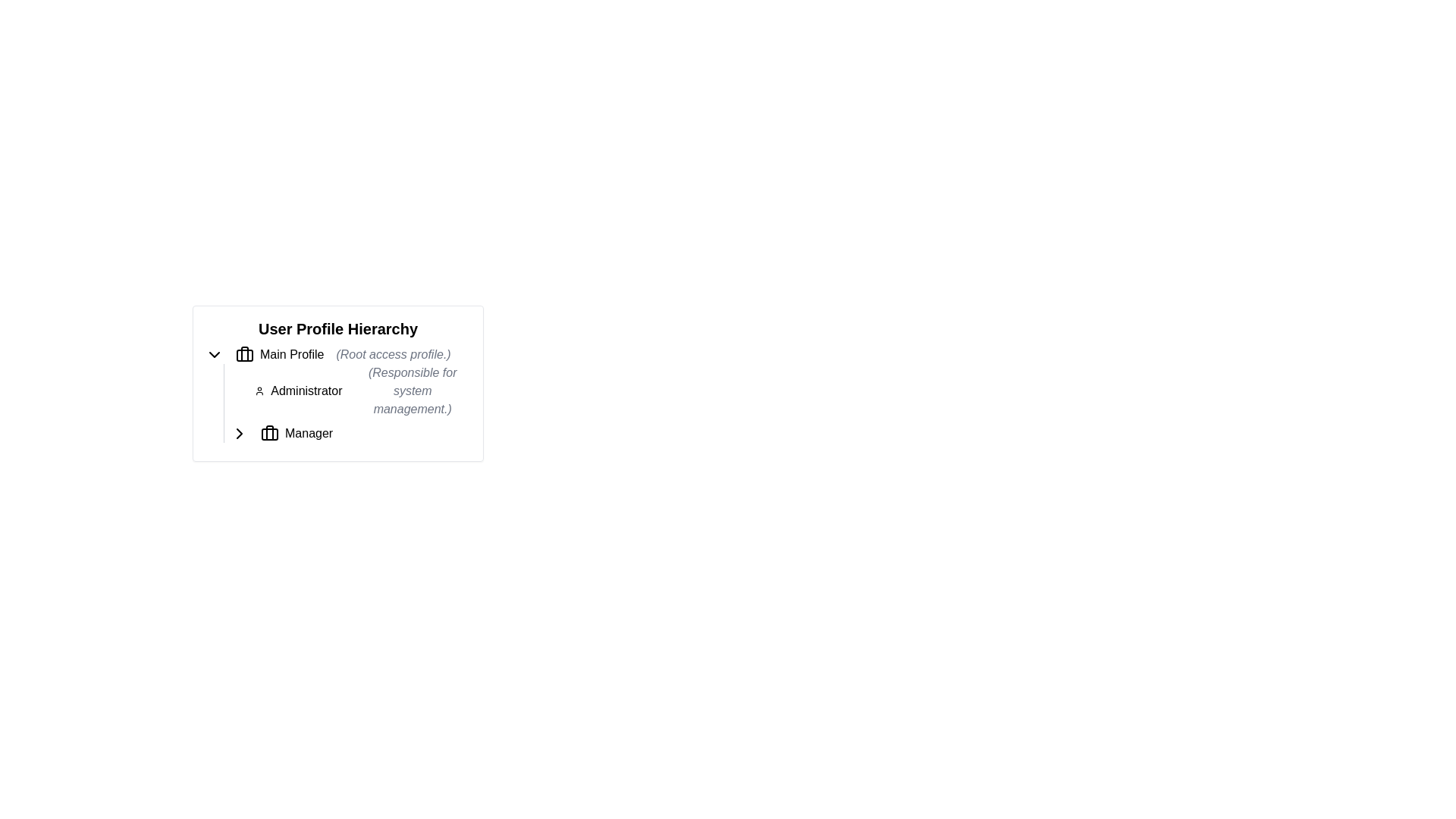 The width and height of the screenshot is (1456, 819). I want to click on the Hierarchical List Entry representing user roles in the hierarchy, located under the 'Main Profile' entry, so click(346, 403).